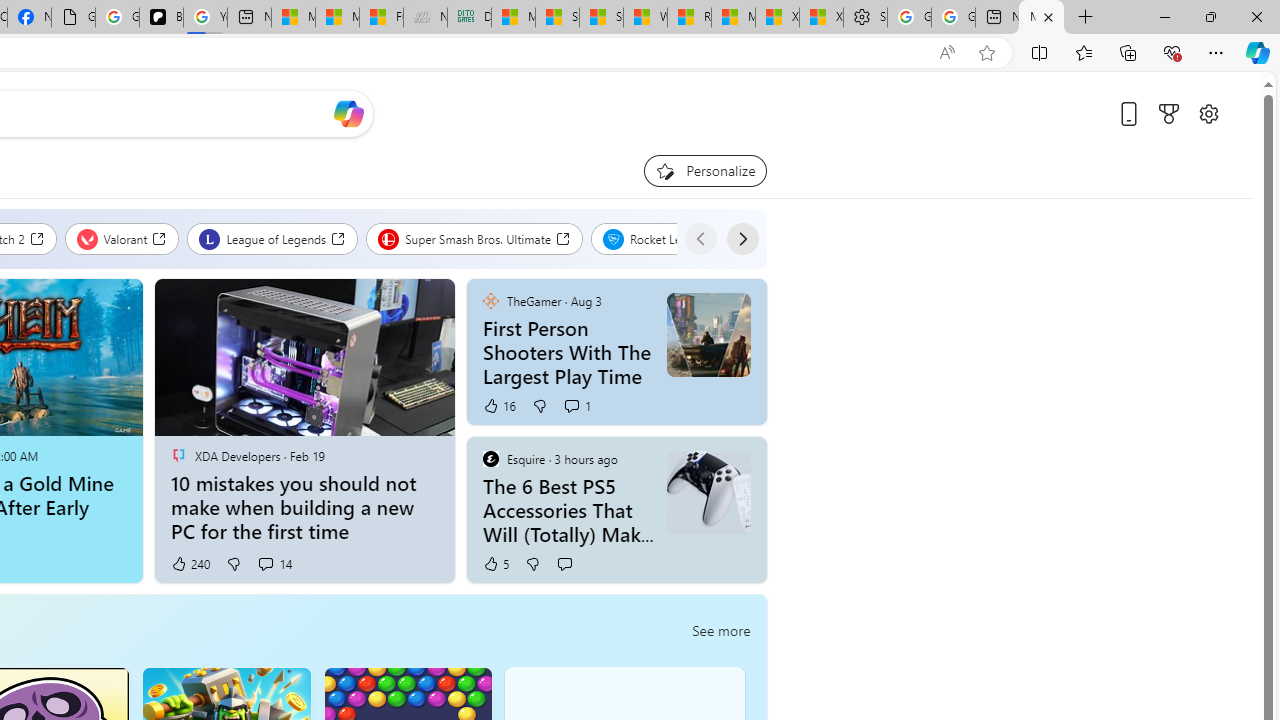 Image resolution: width=1280 pixels, height=720 pixels. What do you see at coordinates (264, 563) in the screenshot?
I see `'View comments 14 Comment'` at bounding box center [264, 563].